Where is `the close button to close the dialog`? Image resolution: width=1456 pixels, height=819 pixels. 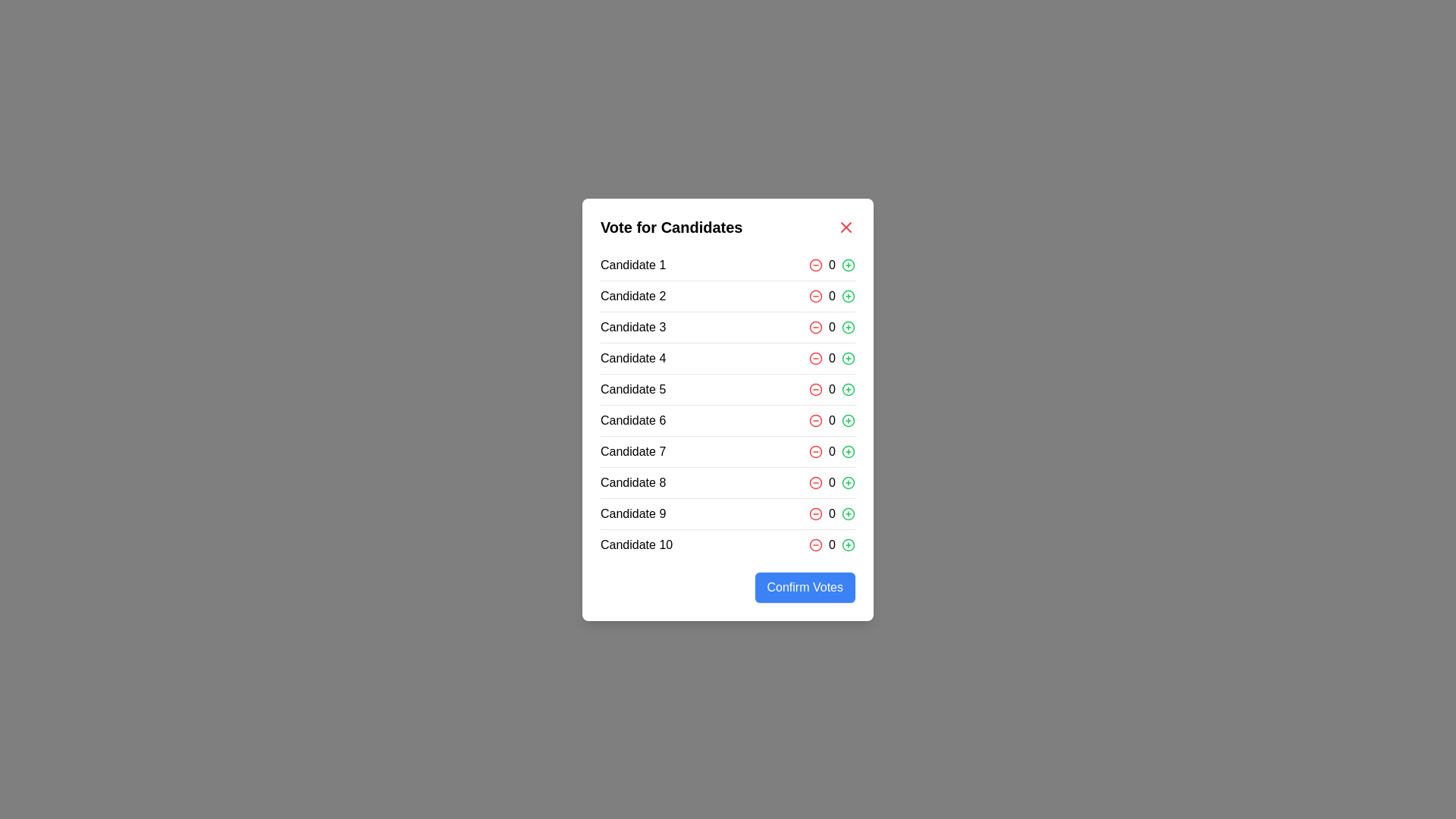 the close button to close the dialog is located at coordinates (846, 227).